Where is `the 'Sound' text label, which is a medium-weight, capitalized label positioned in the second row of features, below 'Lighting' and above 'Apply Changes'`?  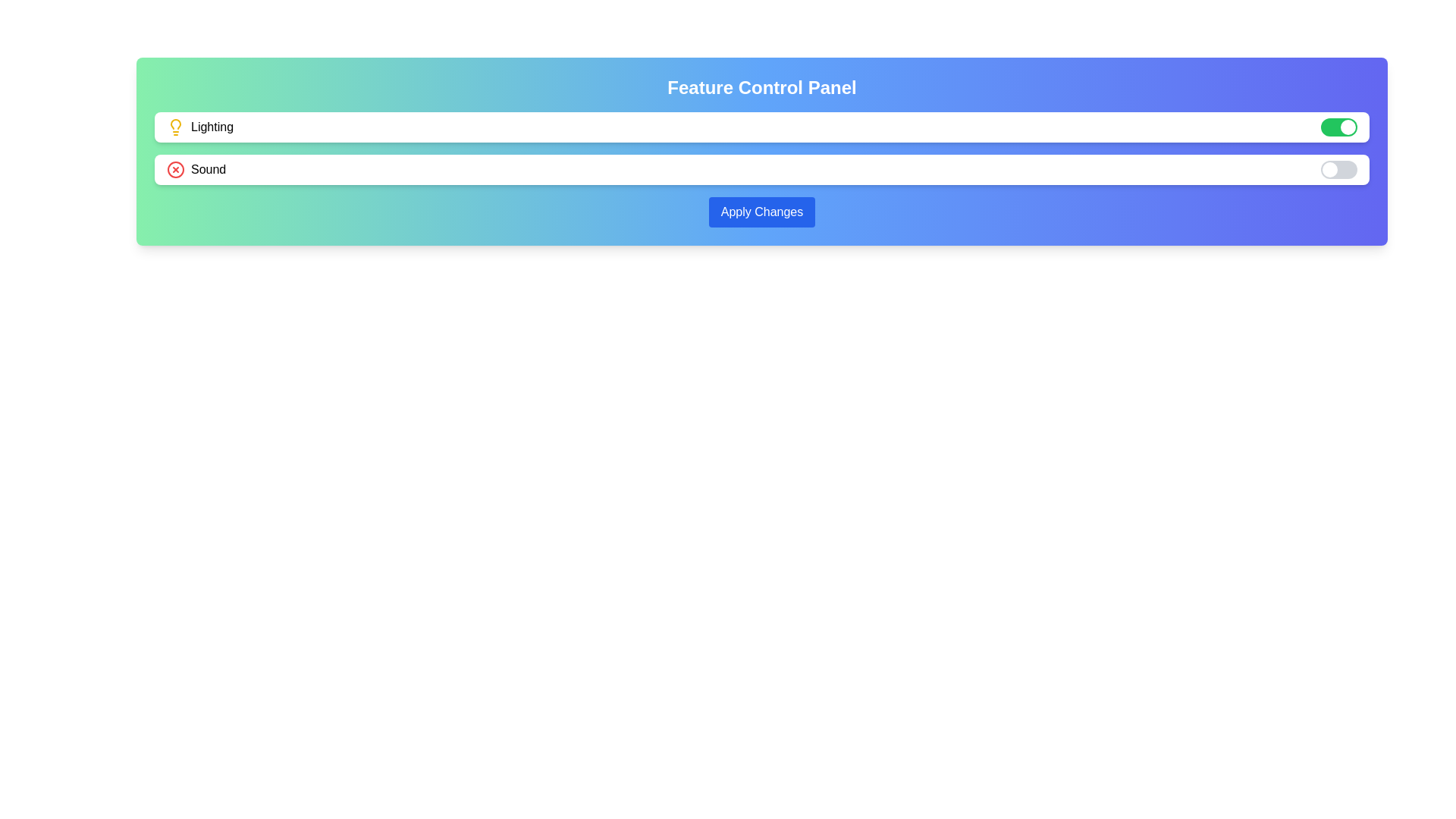 the 'Sound' text label, which is a medium-weight, capitalized label positioned in the second row of features, below 'Lighting' and above 'Apply Changes' is located at coordinates (208, 169).